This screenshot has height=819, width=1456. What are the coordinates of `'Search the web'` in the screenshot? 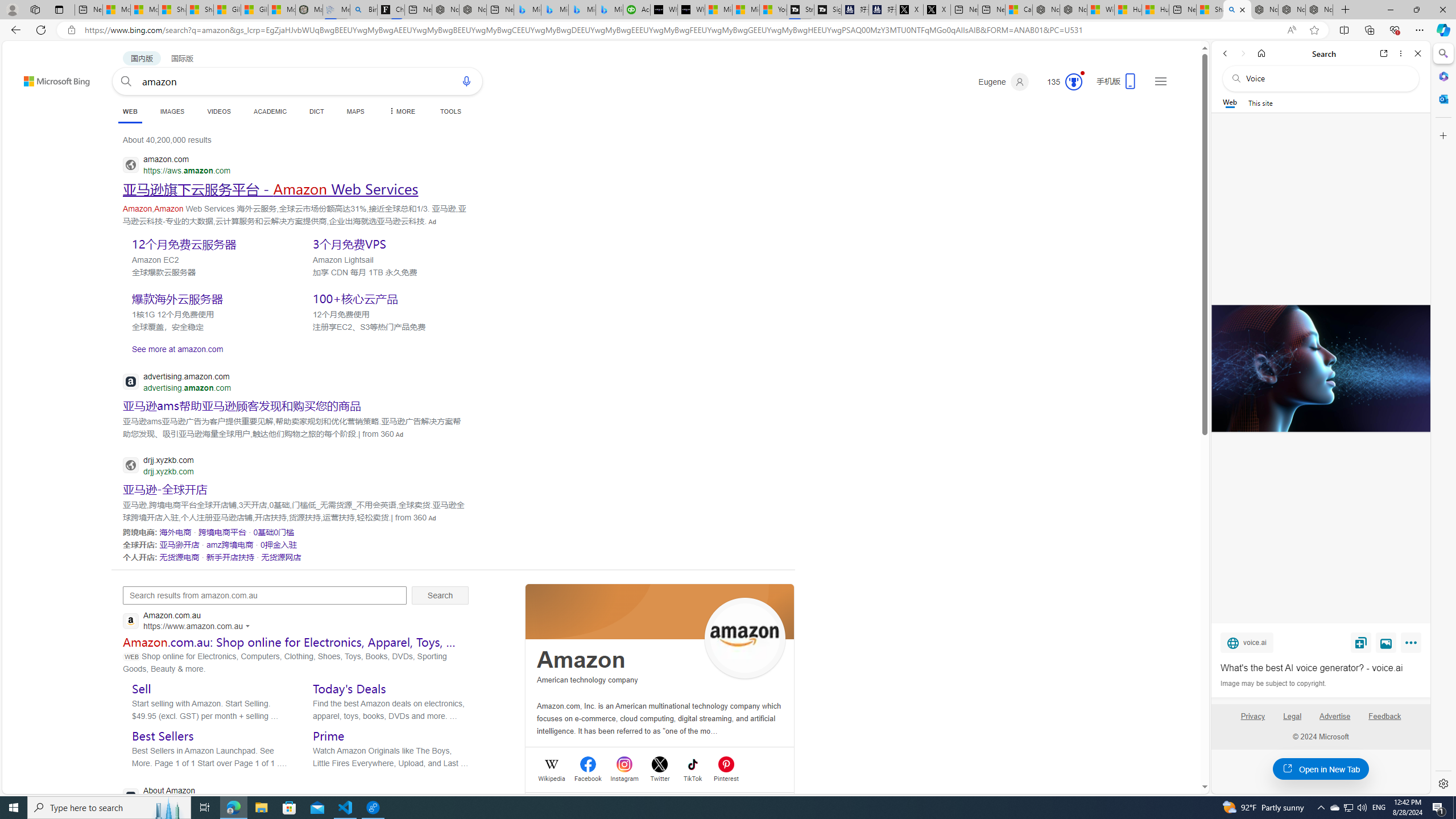 It's located at (1326, 78).